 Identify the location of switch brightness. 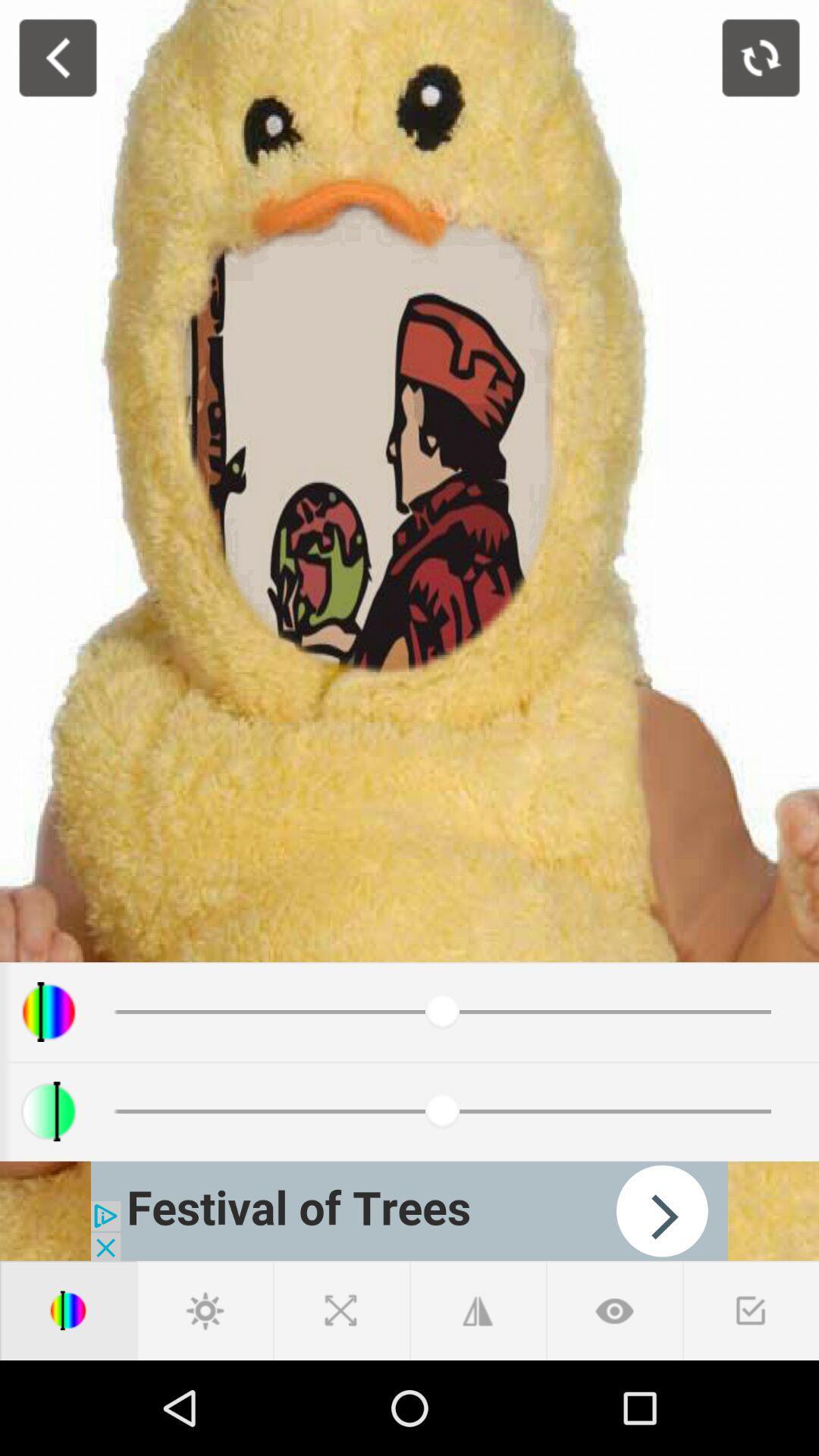
(205, 1310).